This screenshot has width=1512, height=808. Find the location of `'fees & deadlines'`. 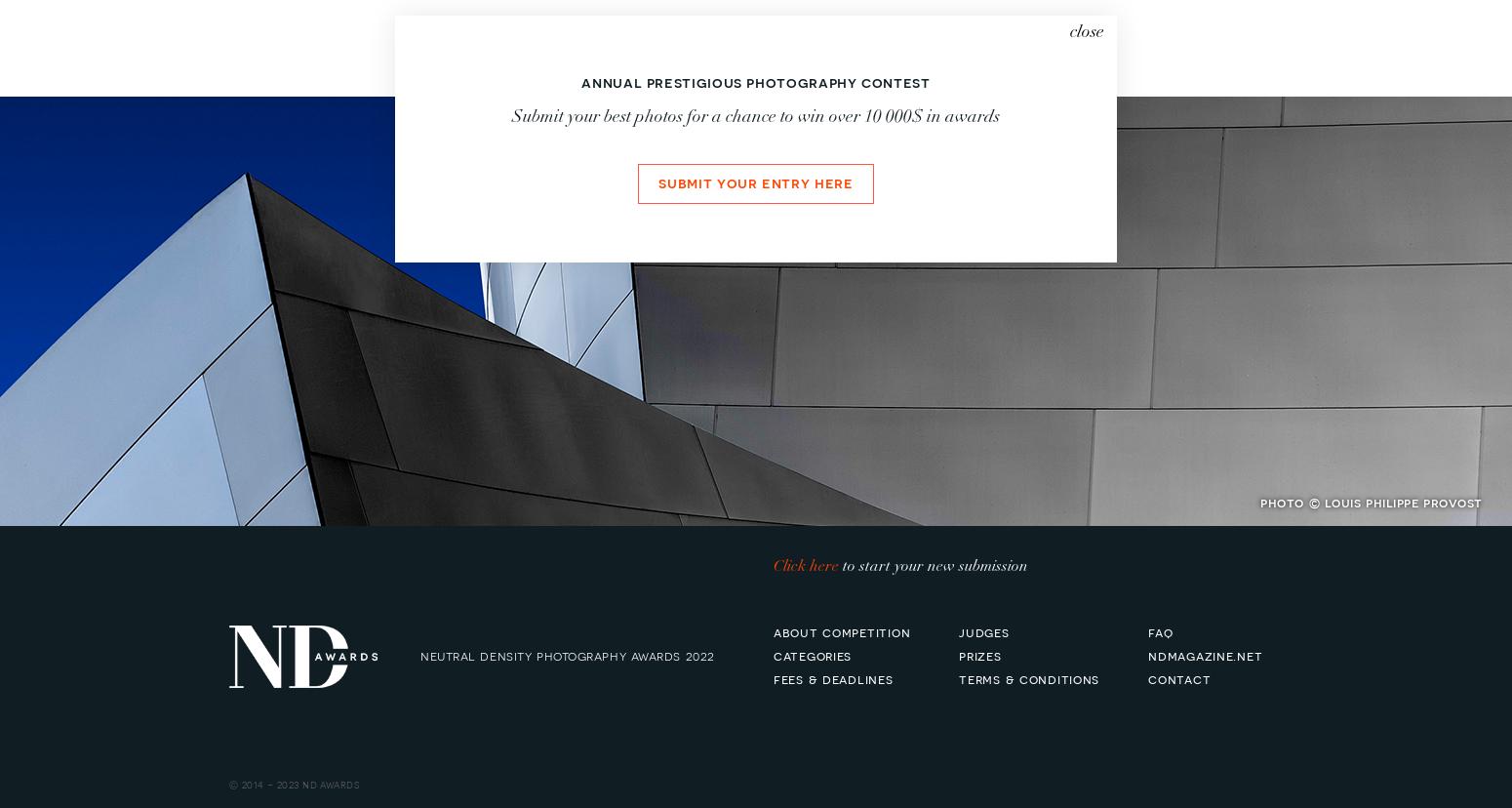

'fees & deadlines' is located at coordinates (772, 677).